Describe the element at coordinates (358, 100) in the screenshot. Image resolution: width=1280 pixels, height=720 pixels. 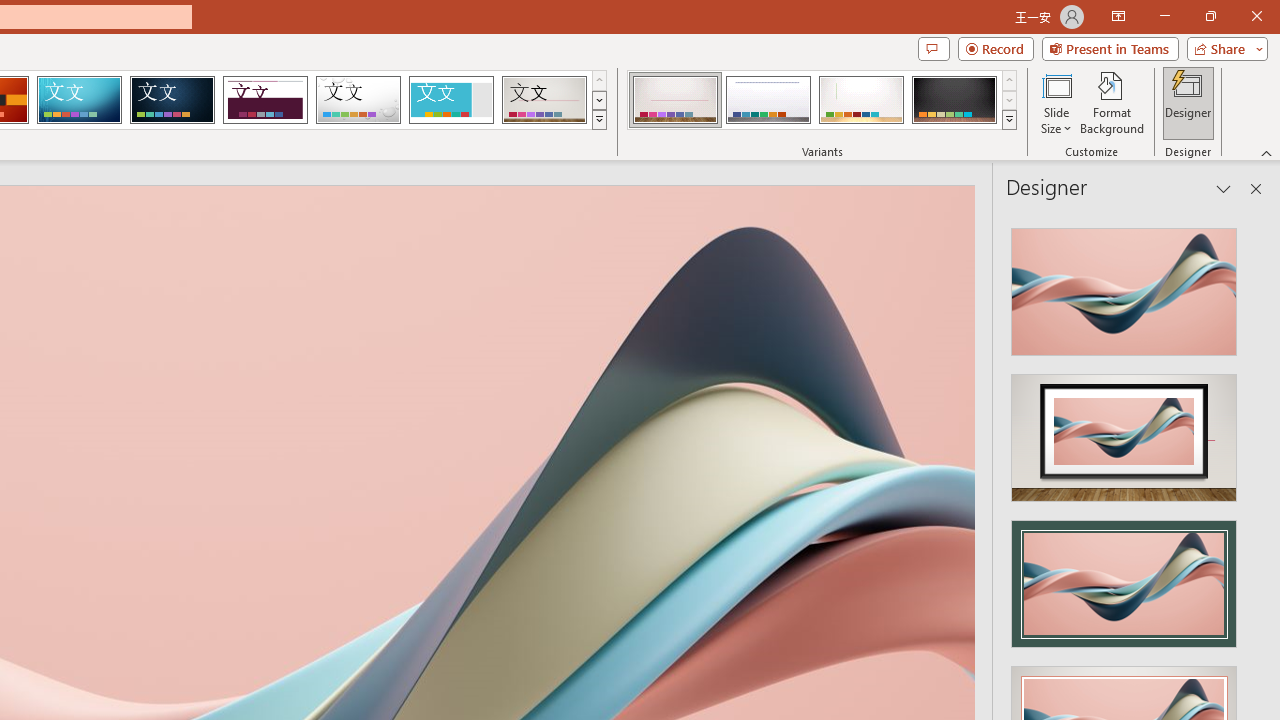
I see `'Droplet'` at that location.